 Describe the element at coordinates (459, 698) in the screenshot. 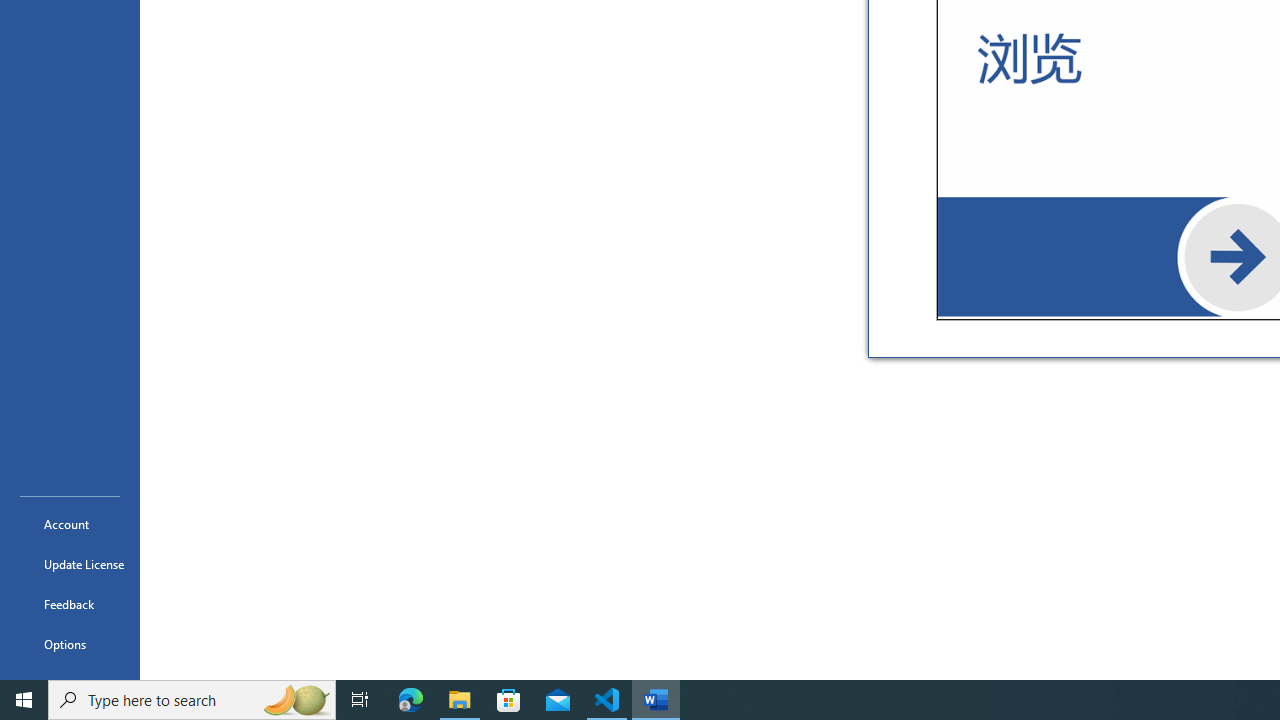

I see `'File Explorer - 1 running window'` at that location.